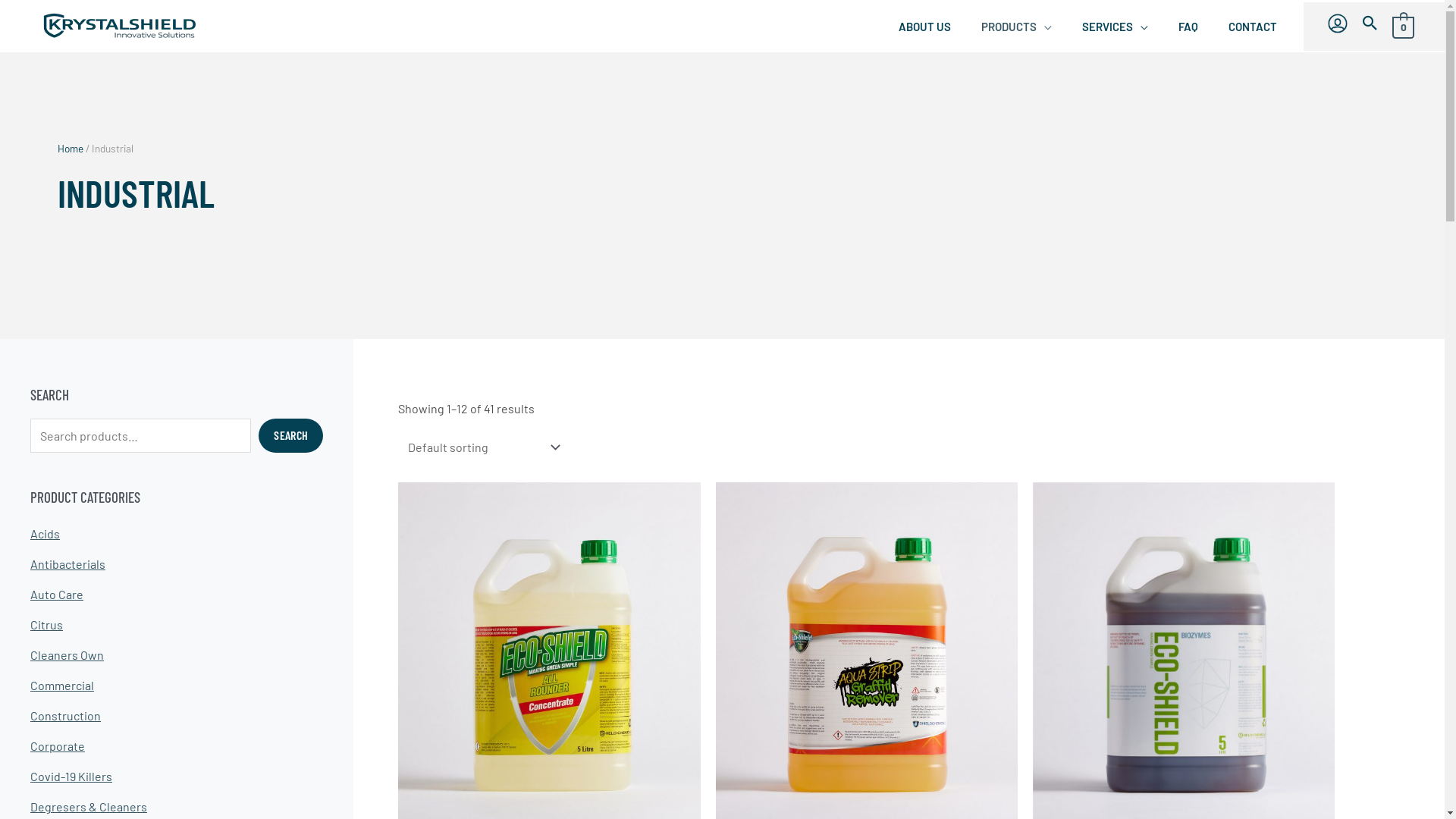 Image resolution: width=1456 pixels, height=819 pixels. What do you see at coordinates (58, 745) in the screenshot?
I see `'Corporate'` at bounding box center [58, 745].